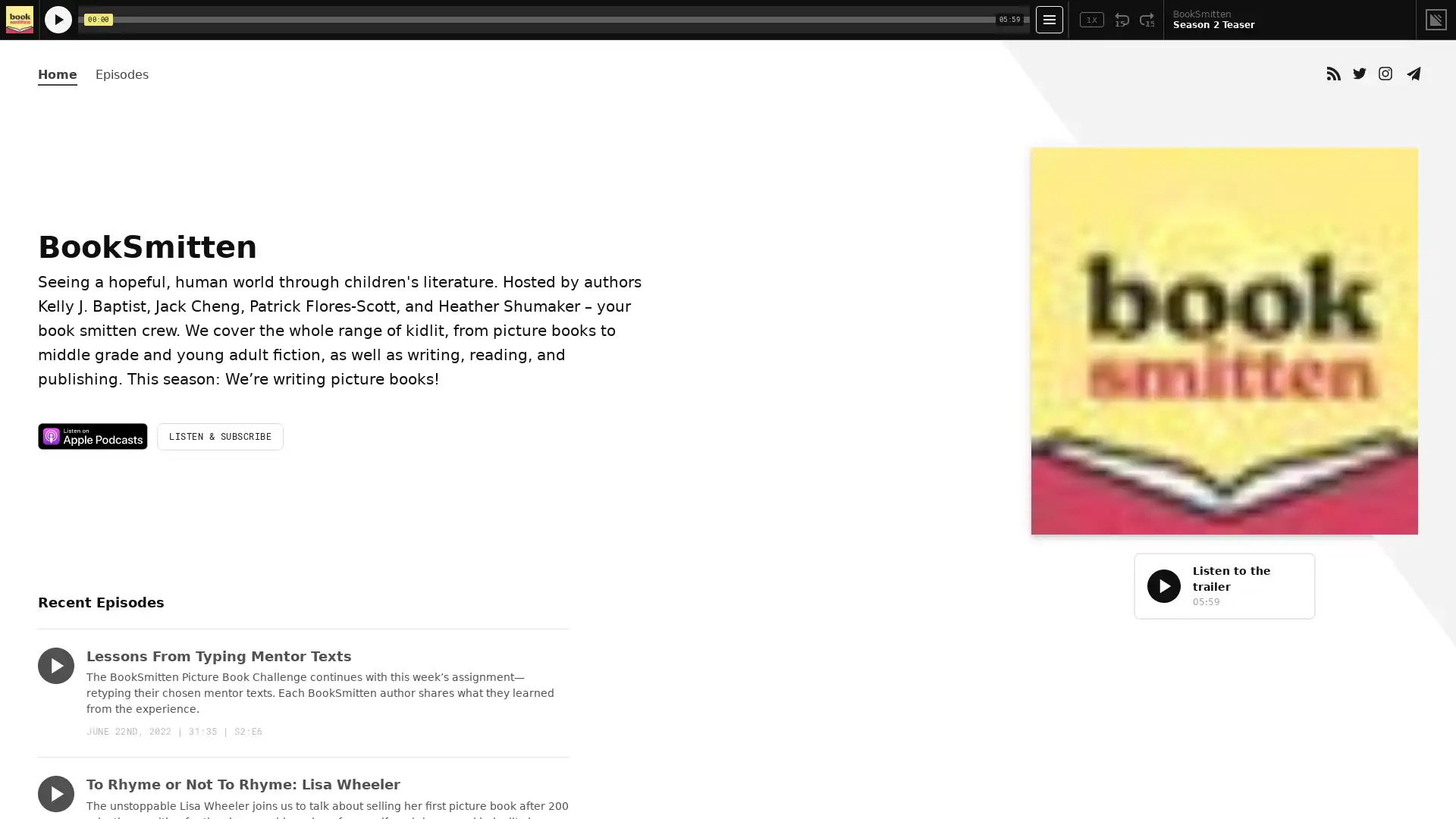  Describe the element at coordinates (1092, 20) in the screenshot. I see `Toggle Speed: Current Speed 1x` at that location.